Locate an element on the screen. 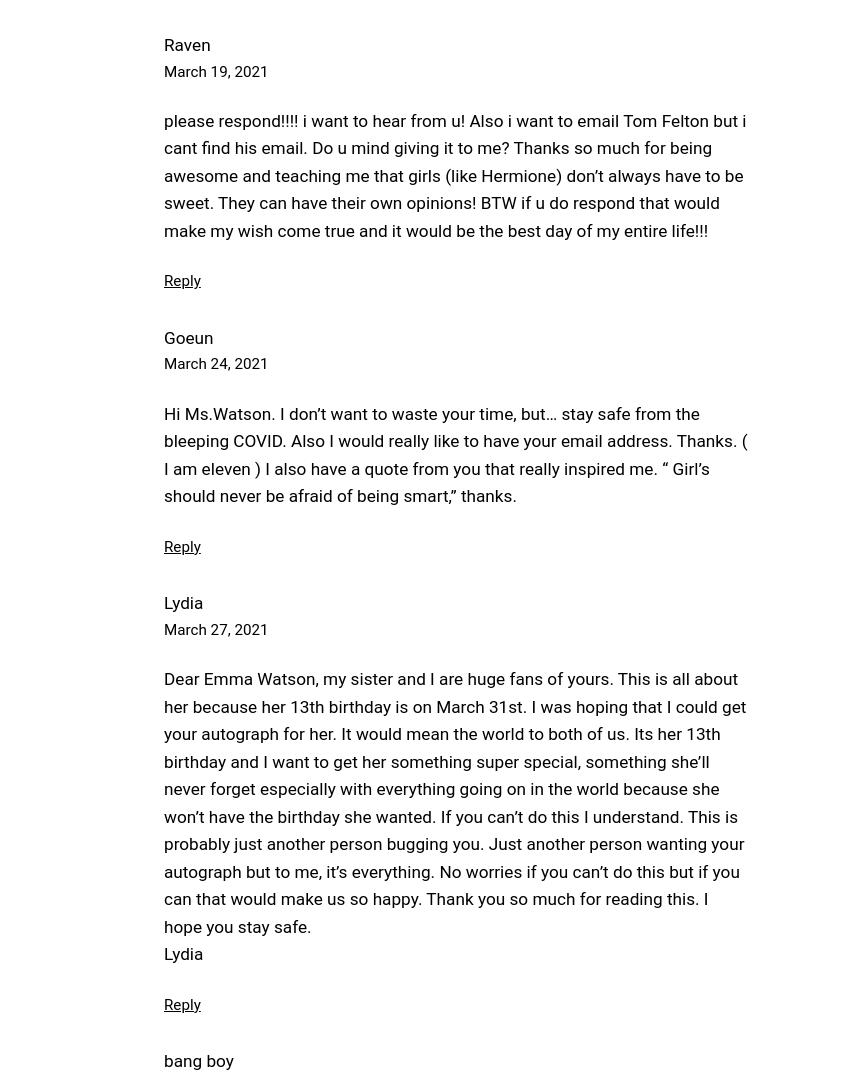  'Hi Ms.Watson. I don’t want to waste your time, but… stay safe from the bleeping COVID. Also I would really like to have your email address. Thanks. ( I am eleven ) I also have a quote from you that really inspired me. “ Girl’s should never be afraid of being smart,” thanks.' is located at coordinates (454, 453).